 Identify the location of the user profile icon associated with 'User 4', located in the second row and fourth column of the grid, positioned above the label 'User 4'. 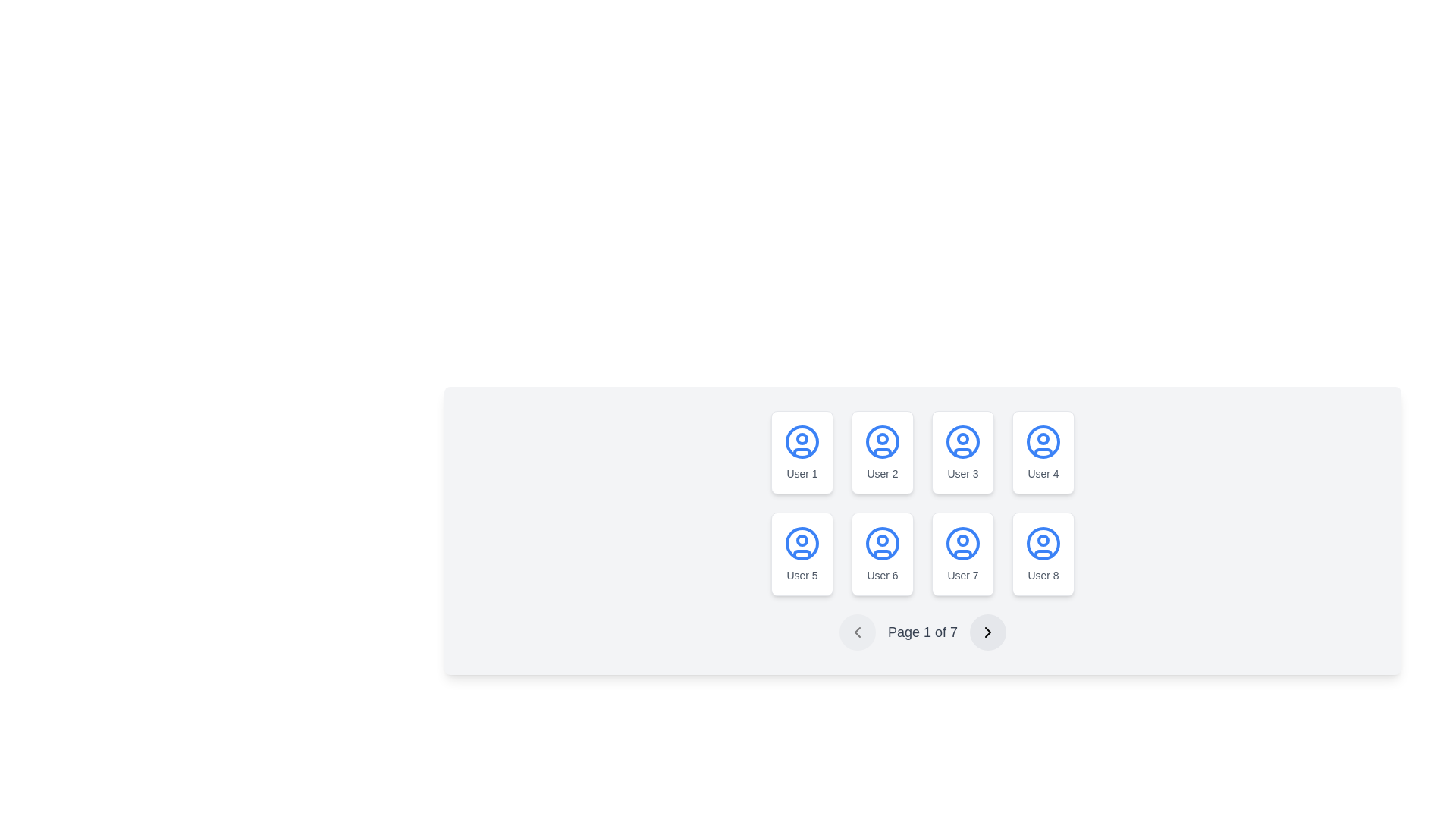
(1043, 441).